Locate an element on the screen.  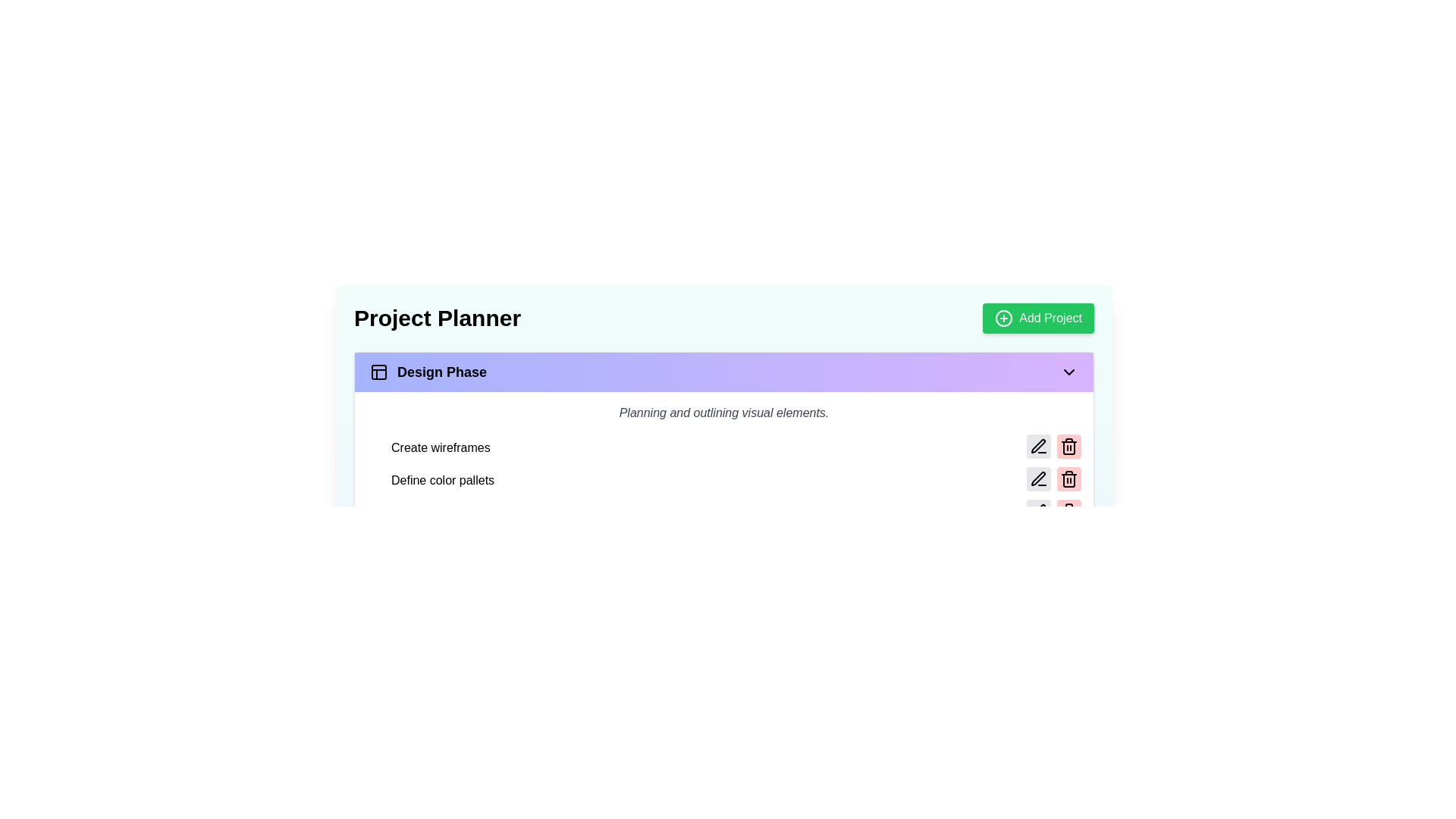
the downward-pointing chevron icon in the header bar is located at coordinates (1068, 372).